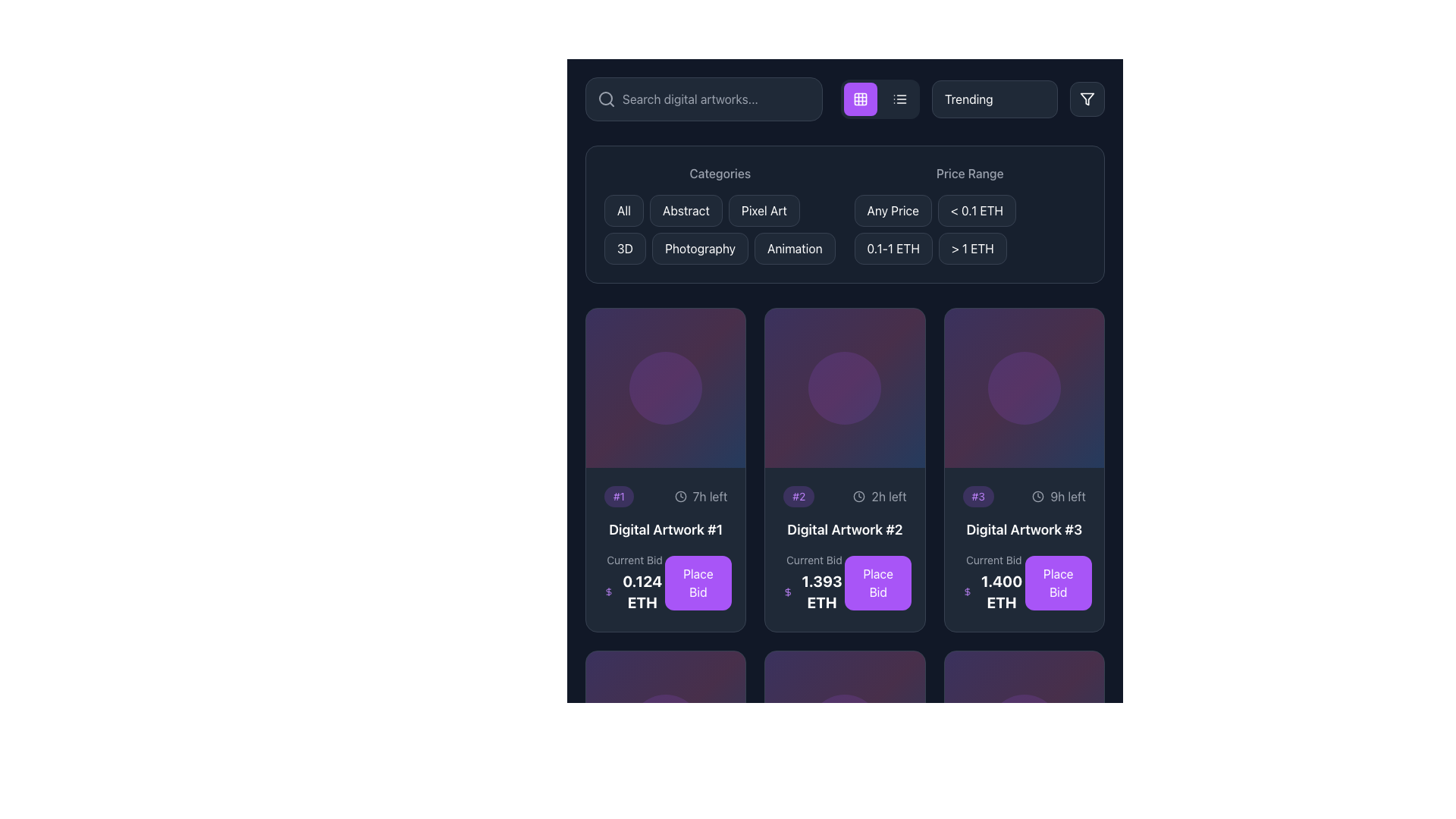  Describe the element at coordinates (794, 247) in the screenshot. I see `the 'Animation' category selector button` at that location.